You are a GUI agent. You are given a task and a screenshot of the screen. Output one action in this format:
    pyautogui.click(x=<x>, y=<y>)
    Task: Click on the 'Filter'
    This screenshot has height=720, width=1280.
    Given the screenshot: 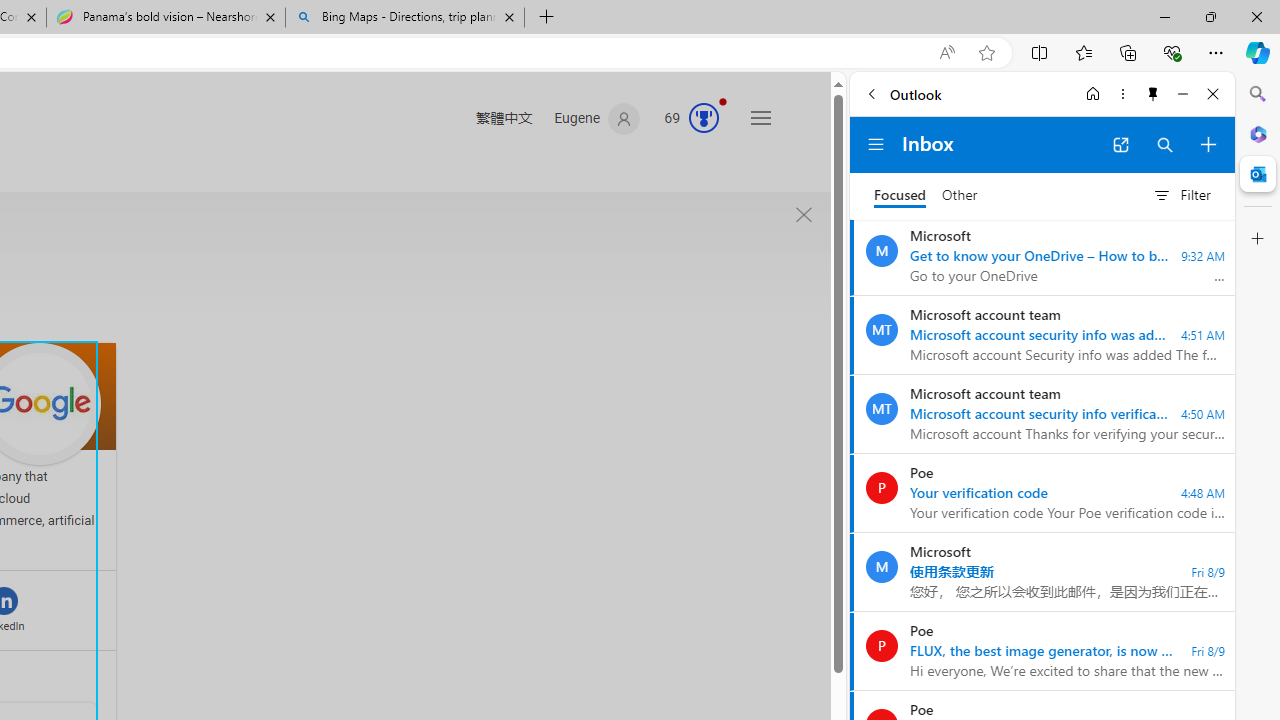 What is the action you would take?
    pyautogui.click(x=1181, y=195)
    